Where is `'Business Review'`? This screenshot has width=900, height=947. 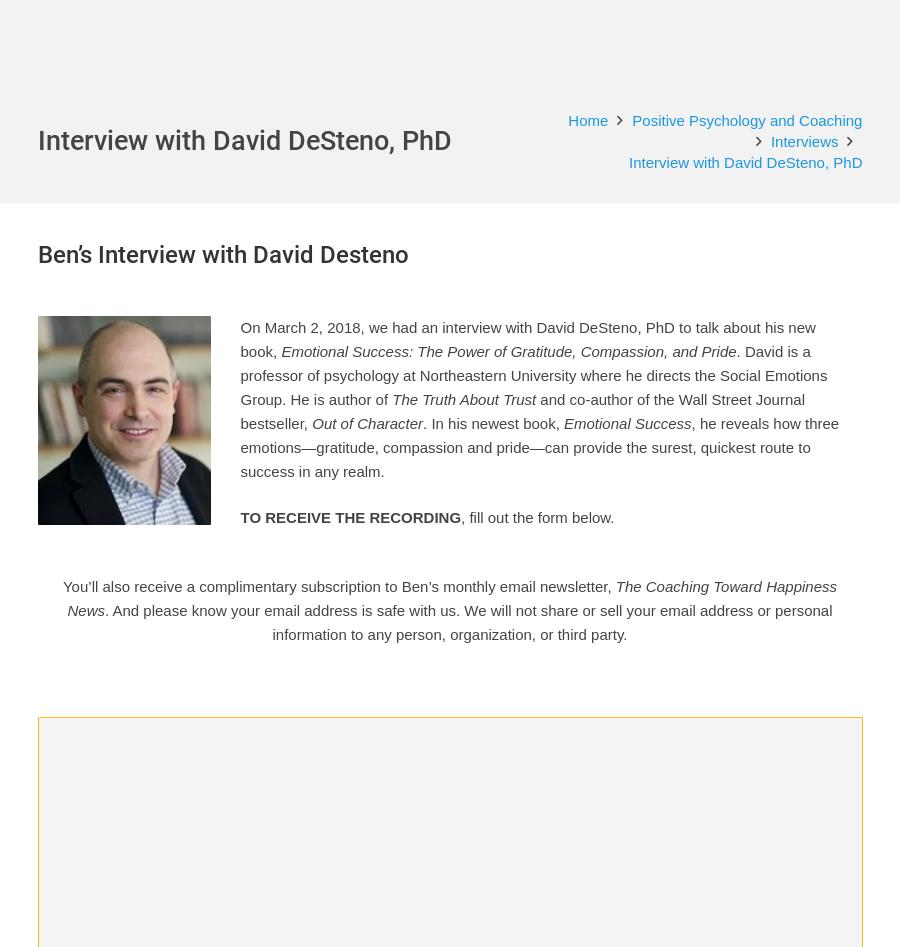
'Business Review' is located at coordinates (108, 739).